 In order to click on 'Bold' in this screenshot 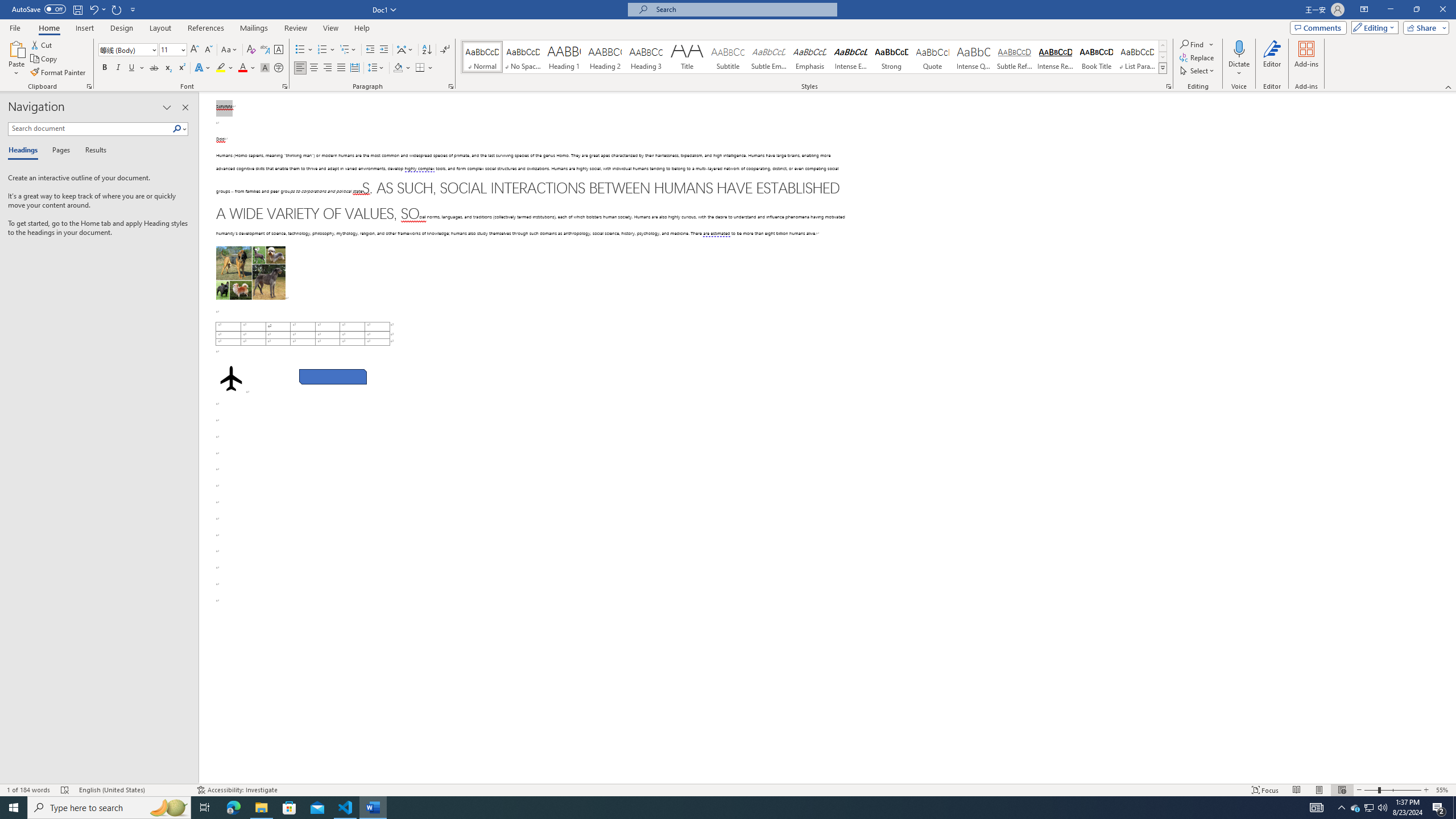, I will do `click(104, 67)`.